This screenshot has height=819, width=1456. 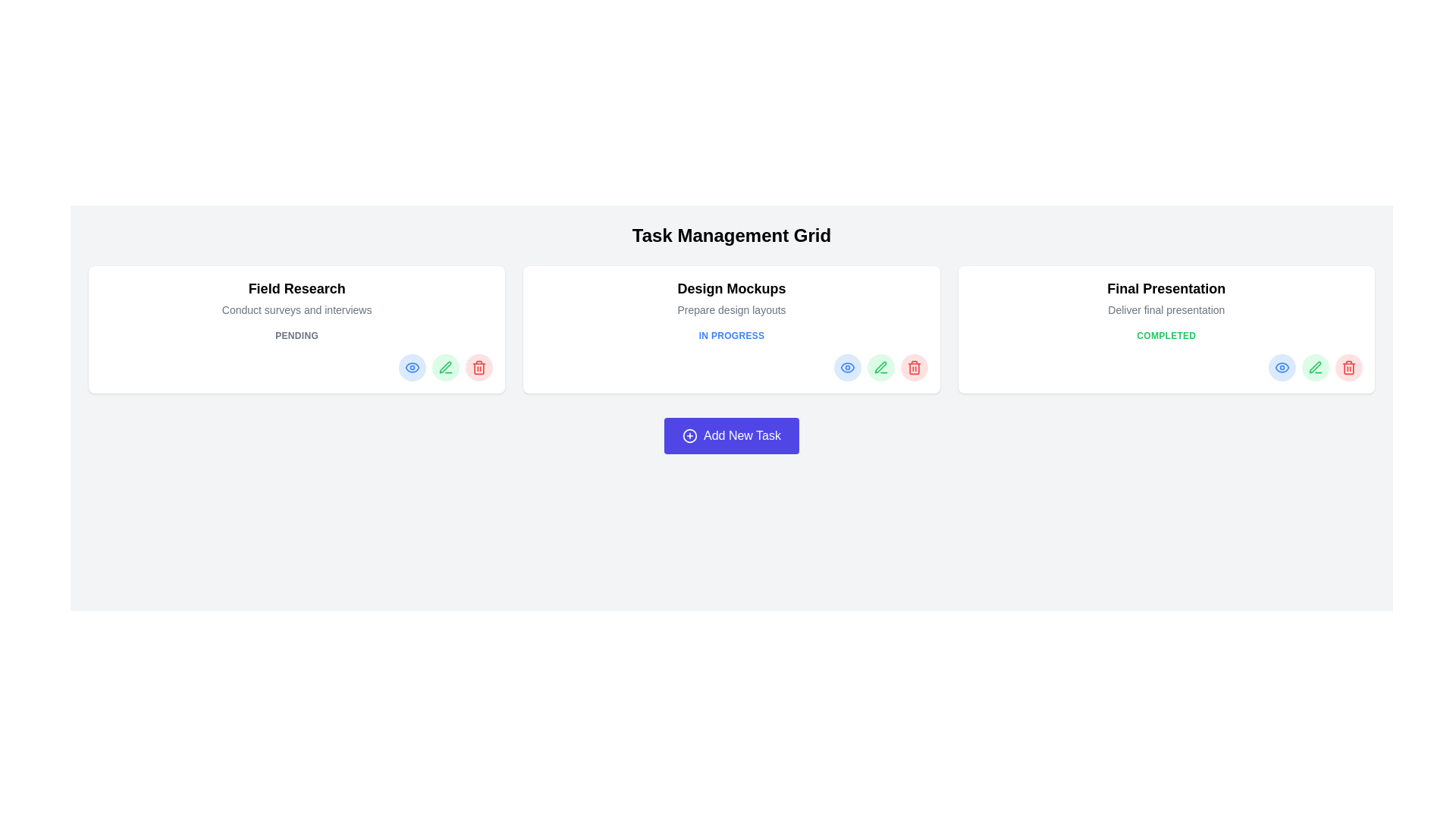 What do you see at coordinates (1314, 368) in the screenshot?
I see `the edit icon button located at the bottom right of the 'Final Presentation' task card to initiate editing` at bounding box center [1314, 368].